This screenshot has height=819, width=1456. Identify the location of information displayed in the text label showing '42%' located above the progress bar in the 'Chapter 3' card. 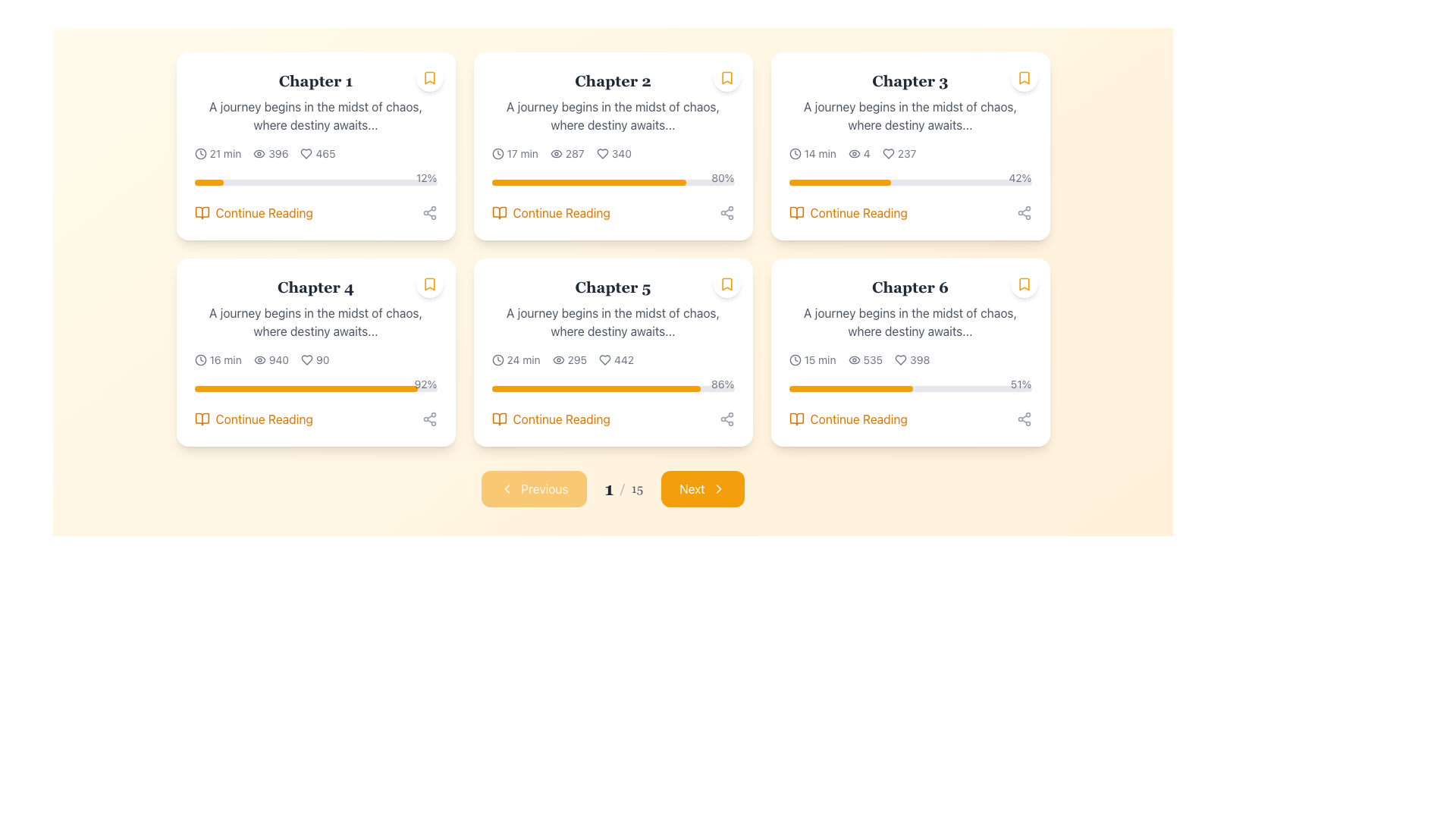
(1020, 177).